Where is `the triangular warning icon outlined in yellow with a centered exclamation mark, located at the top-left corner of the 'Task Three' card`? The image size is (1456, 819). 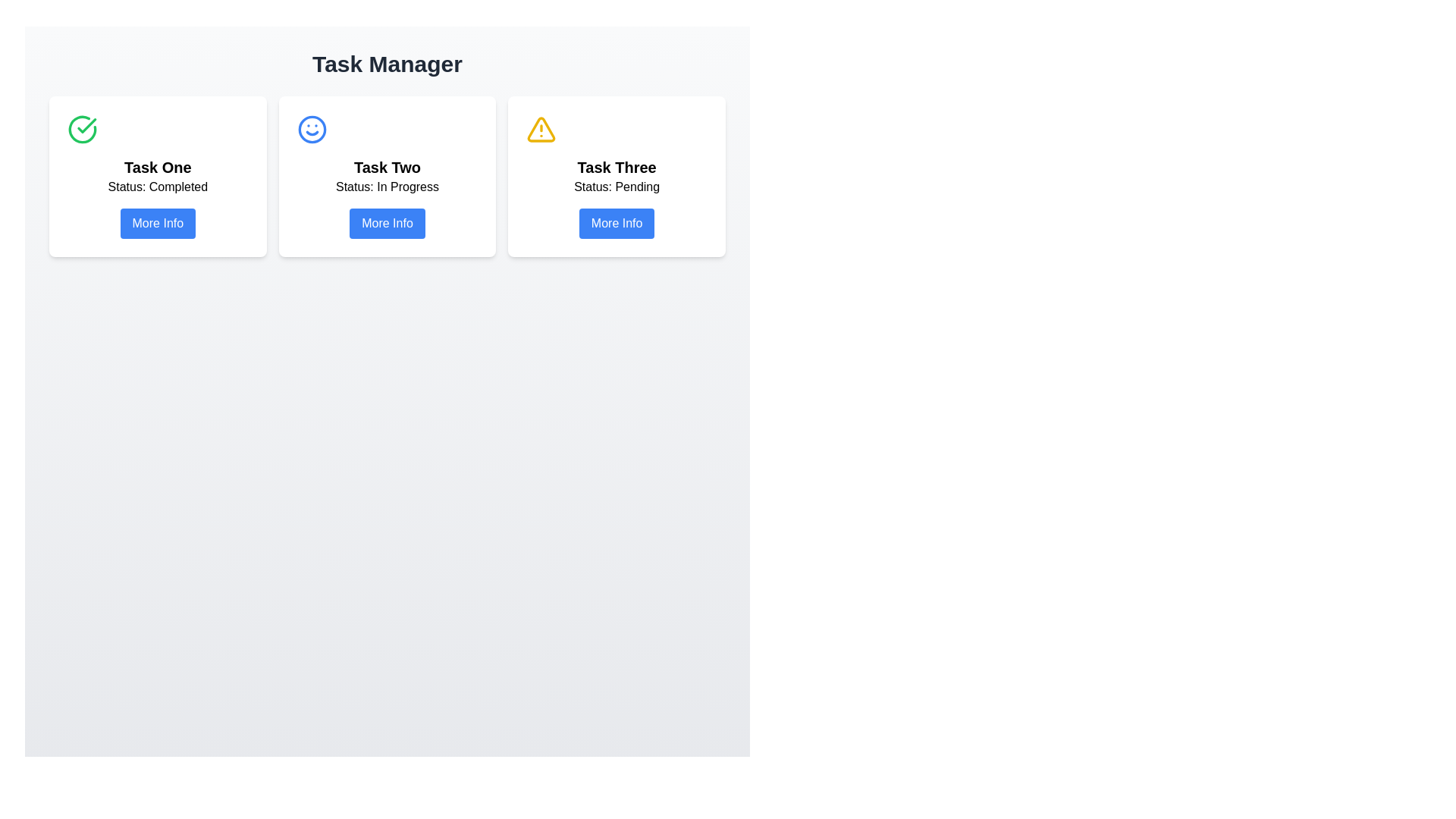 the triangular warning icon outlined in yellow with a centered exclamation mark, located at the top-left corner of the 'Task Three' card is located at coordinates (541, 128).